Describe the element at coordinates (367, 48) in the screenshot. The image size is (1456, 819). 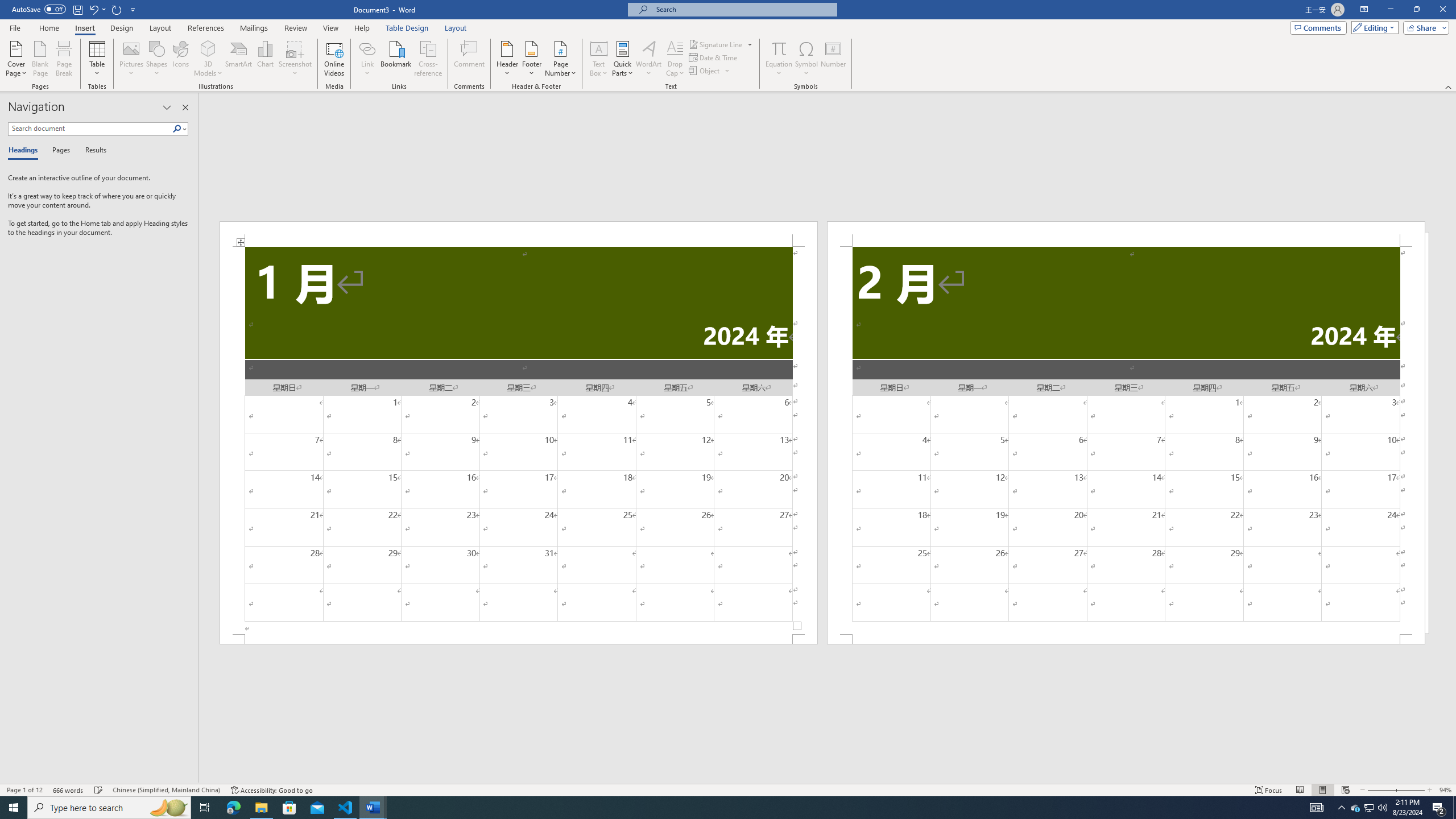
I see `'Link'` at that location.